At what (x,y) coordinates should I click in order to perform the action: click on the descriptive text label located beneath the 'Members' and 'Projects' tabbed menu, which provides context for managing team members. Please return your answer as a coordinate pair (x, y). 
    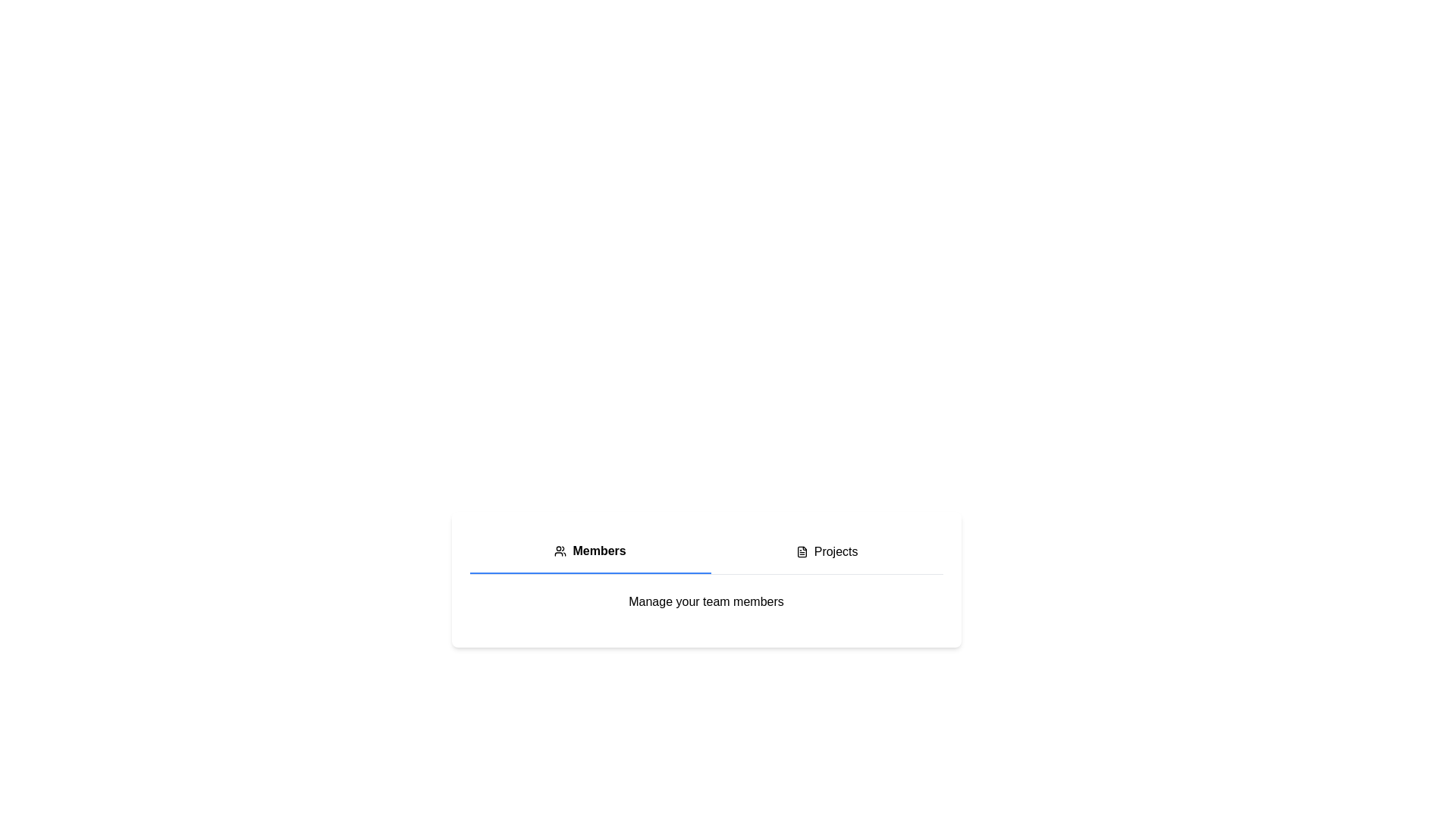
    Looking at the image, I should click on (705, 601).